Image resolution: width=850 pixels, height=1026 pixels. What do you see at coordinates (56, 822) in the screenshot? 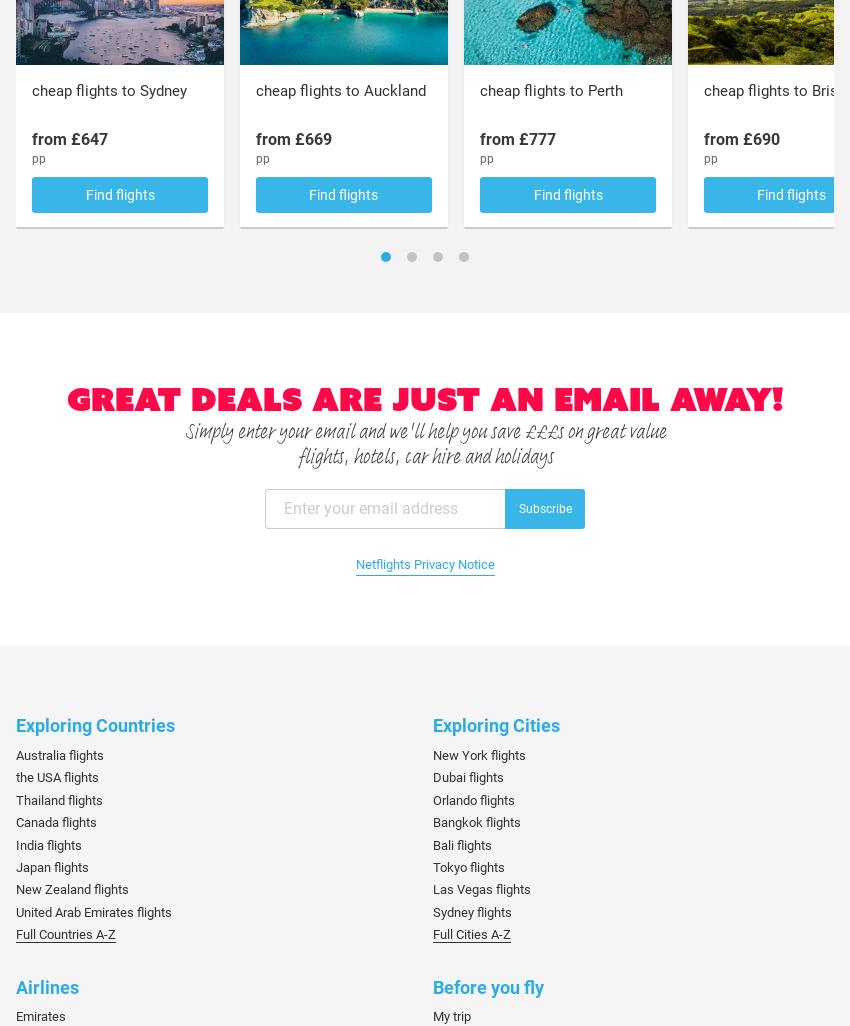
I see `'Canada flights'` at bounding box center [56, 822].